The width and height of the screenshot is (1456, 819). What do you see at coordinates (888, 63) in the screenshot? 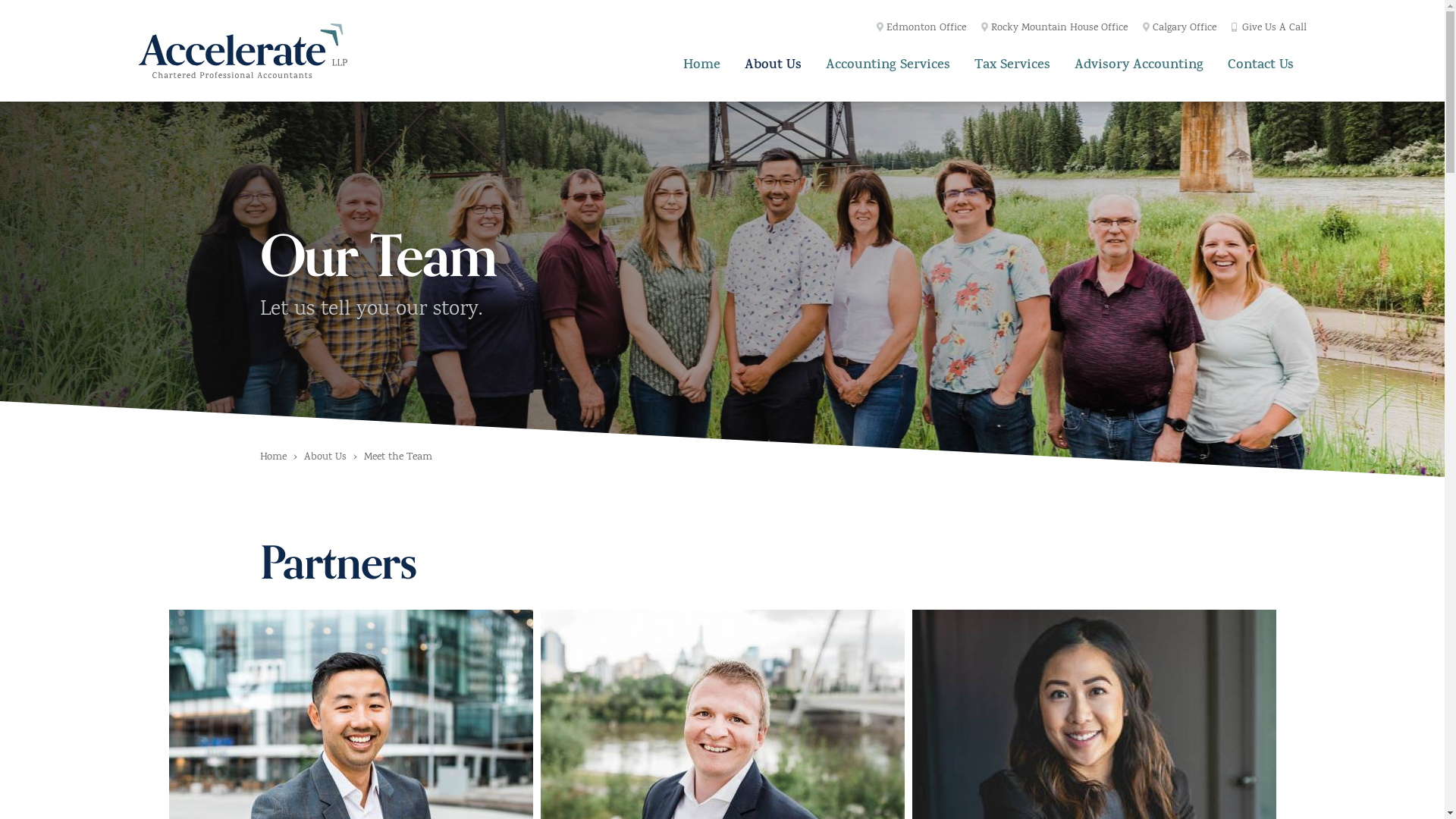
I see `'Accounting Services'` at bounding box center [888, 63].